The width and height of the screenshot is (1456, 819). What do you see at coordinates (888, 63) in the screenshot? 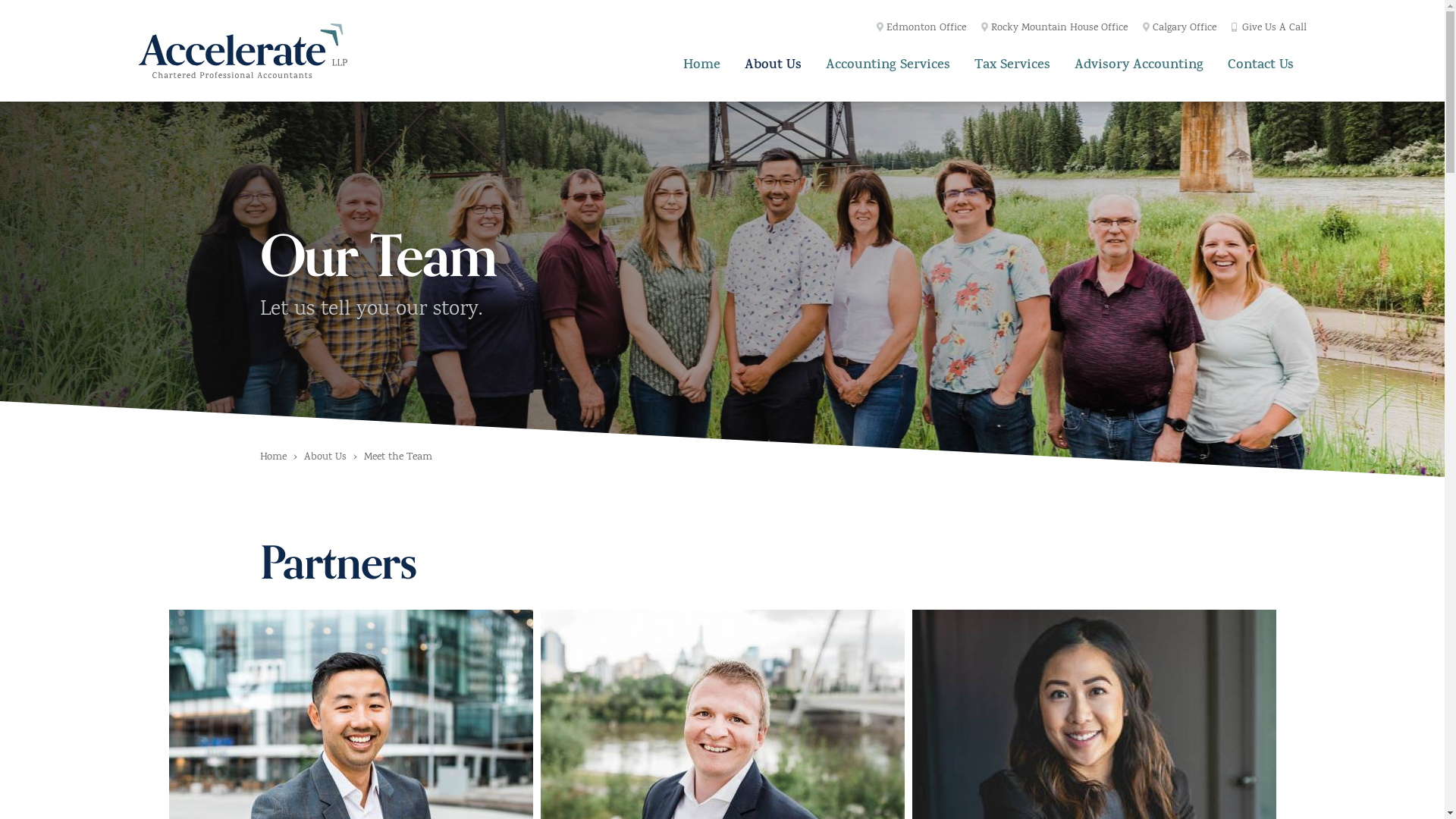
I see `'Accounting Services'` at bounding box center [888, 63].